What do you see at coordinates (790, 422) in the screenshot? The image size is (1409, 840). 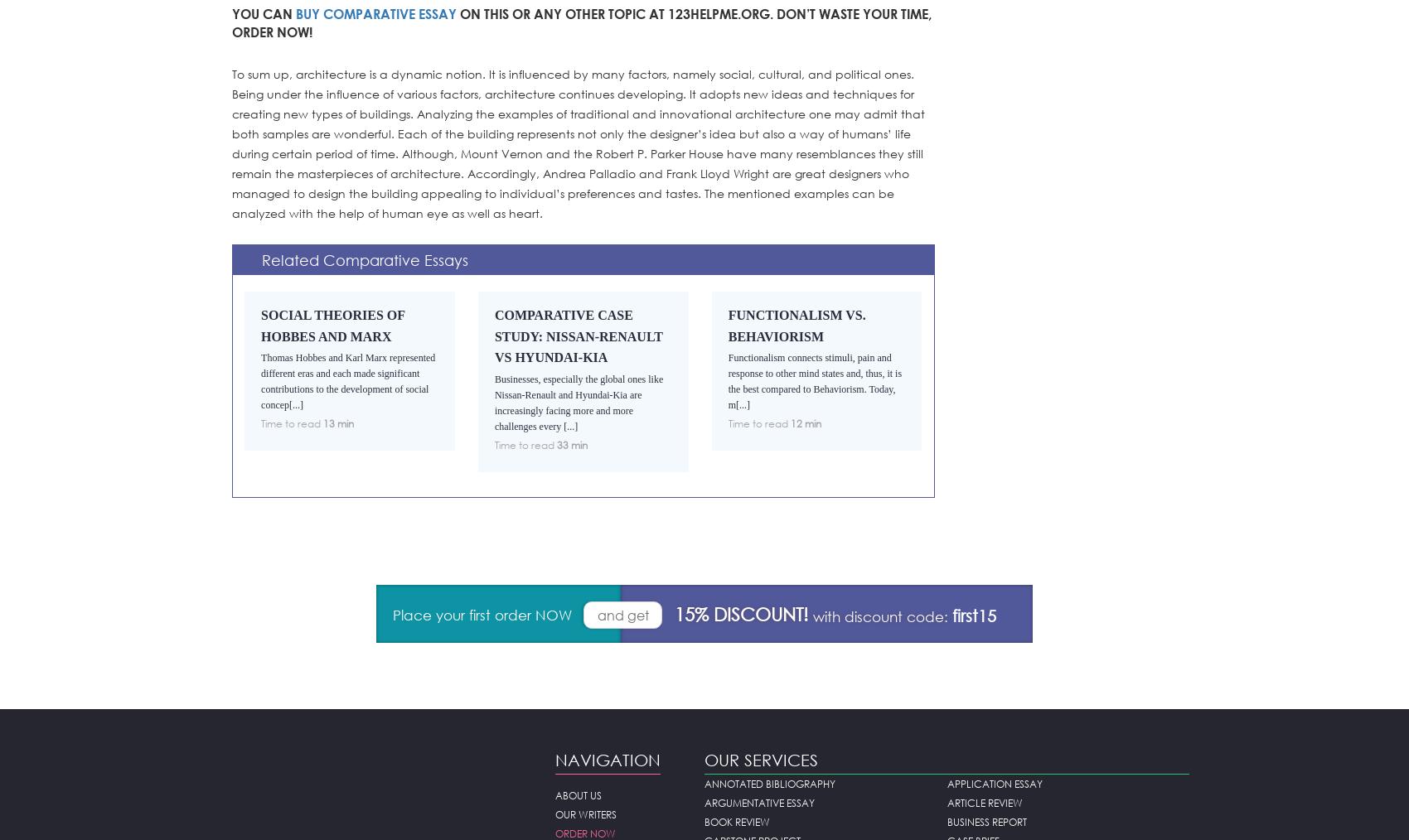 I see `'12 min'` at bounding box center [790, 422].